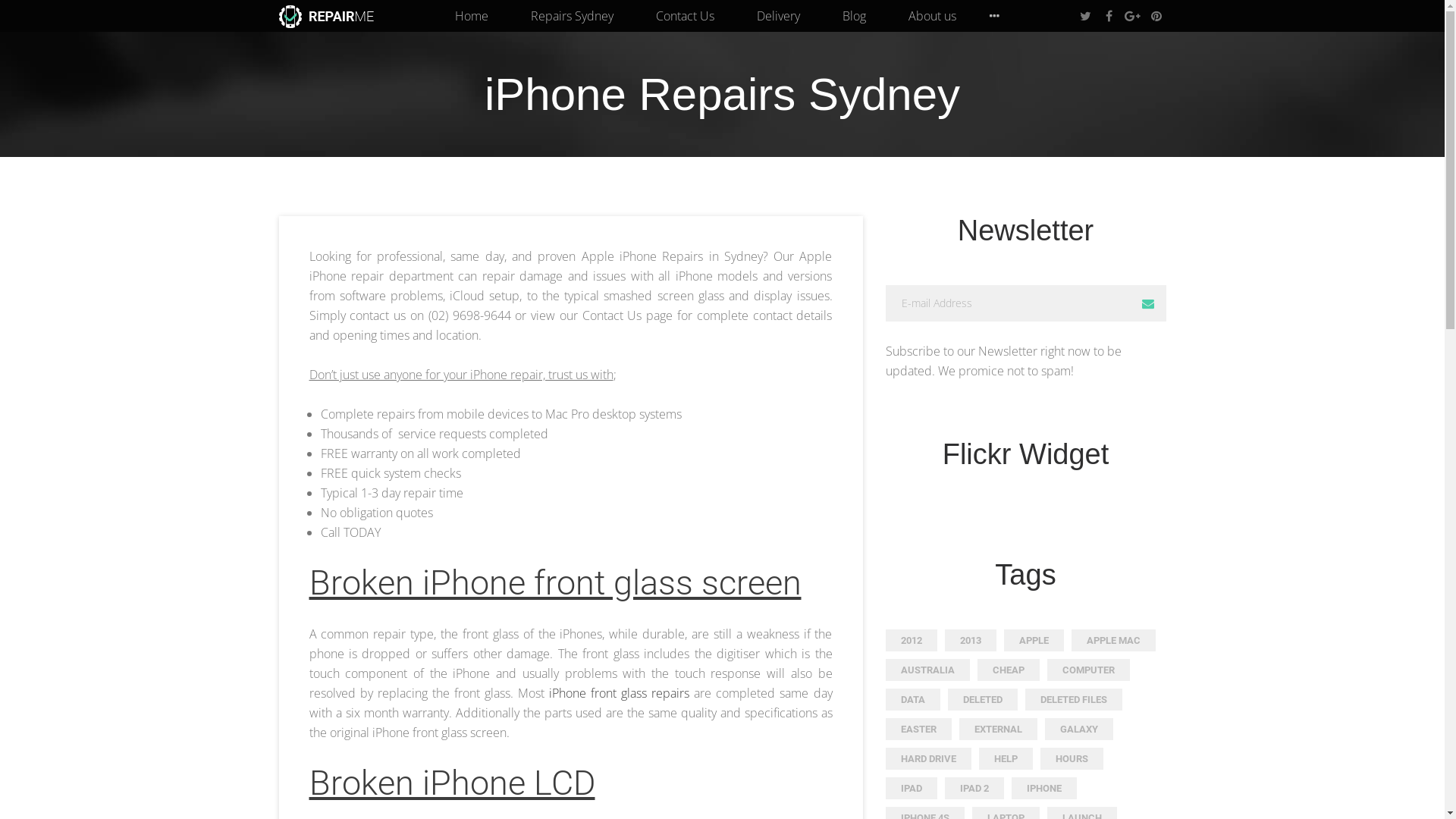 This screenshot has width=1456, height=819. What do you see at coordinates (1147, 303) in the screenshot?
I see `'Subscribe'` at bounding box center [1147, 303].